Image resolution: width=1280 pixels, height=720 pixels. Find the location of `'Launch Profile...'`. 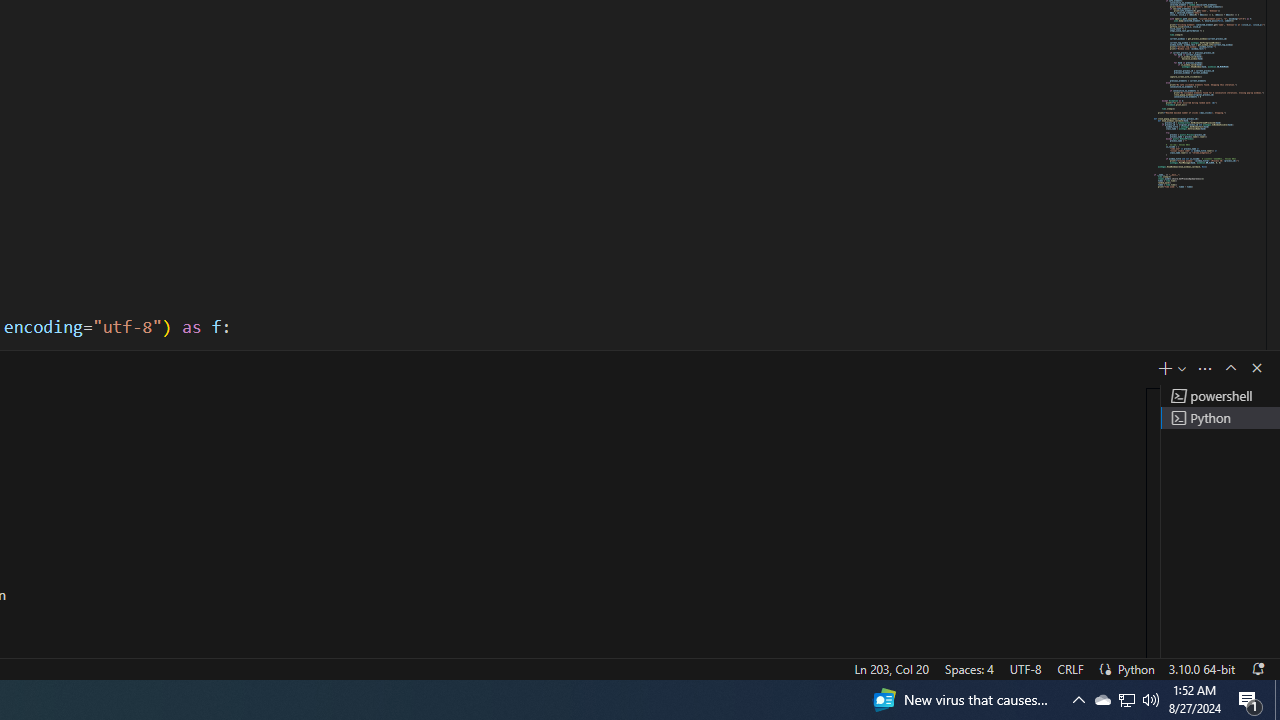

'Launch Profile...' is located at coordinates (1182, 368).